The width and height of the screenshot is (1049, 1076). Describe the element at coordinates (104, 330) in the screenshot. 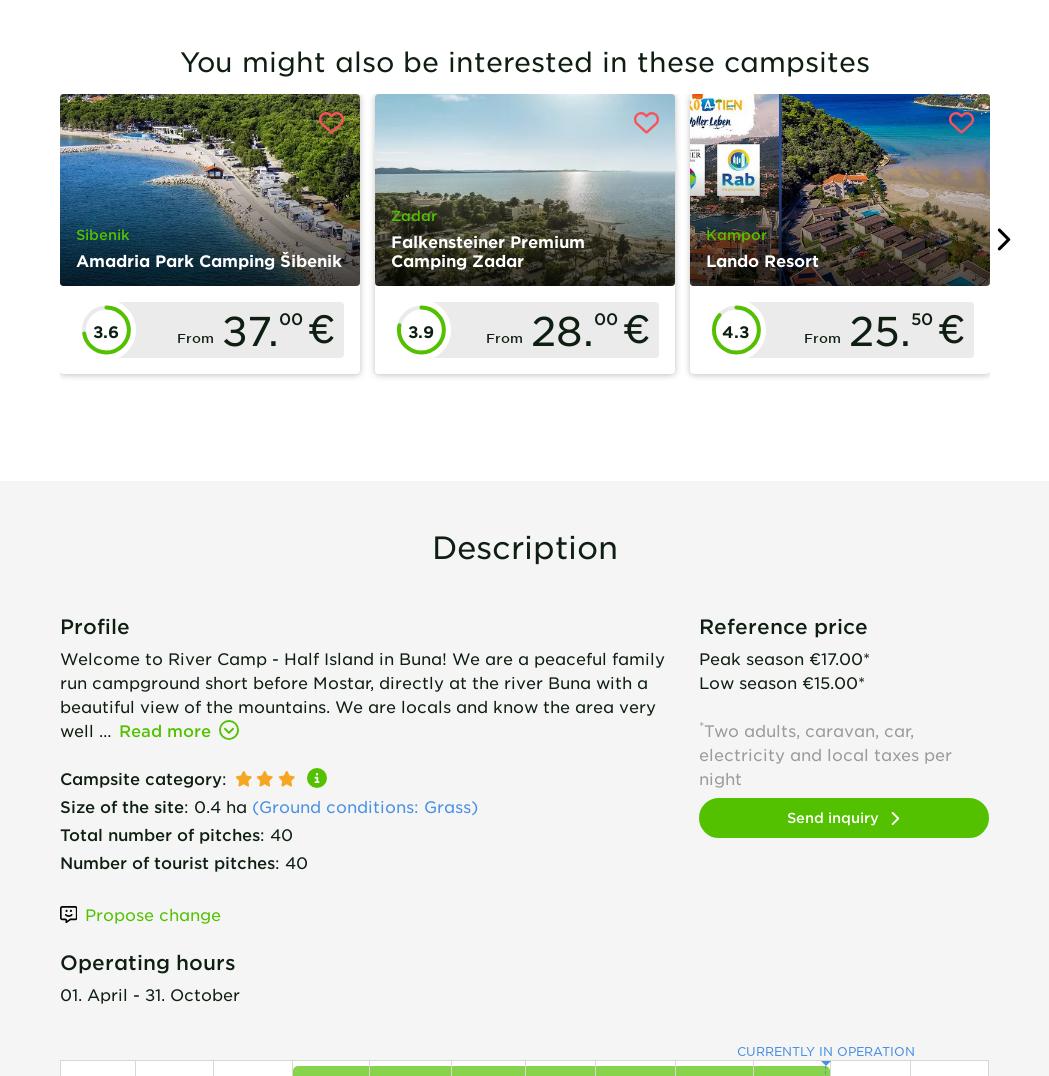

I see `'3.6'` at that location.